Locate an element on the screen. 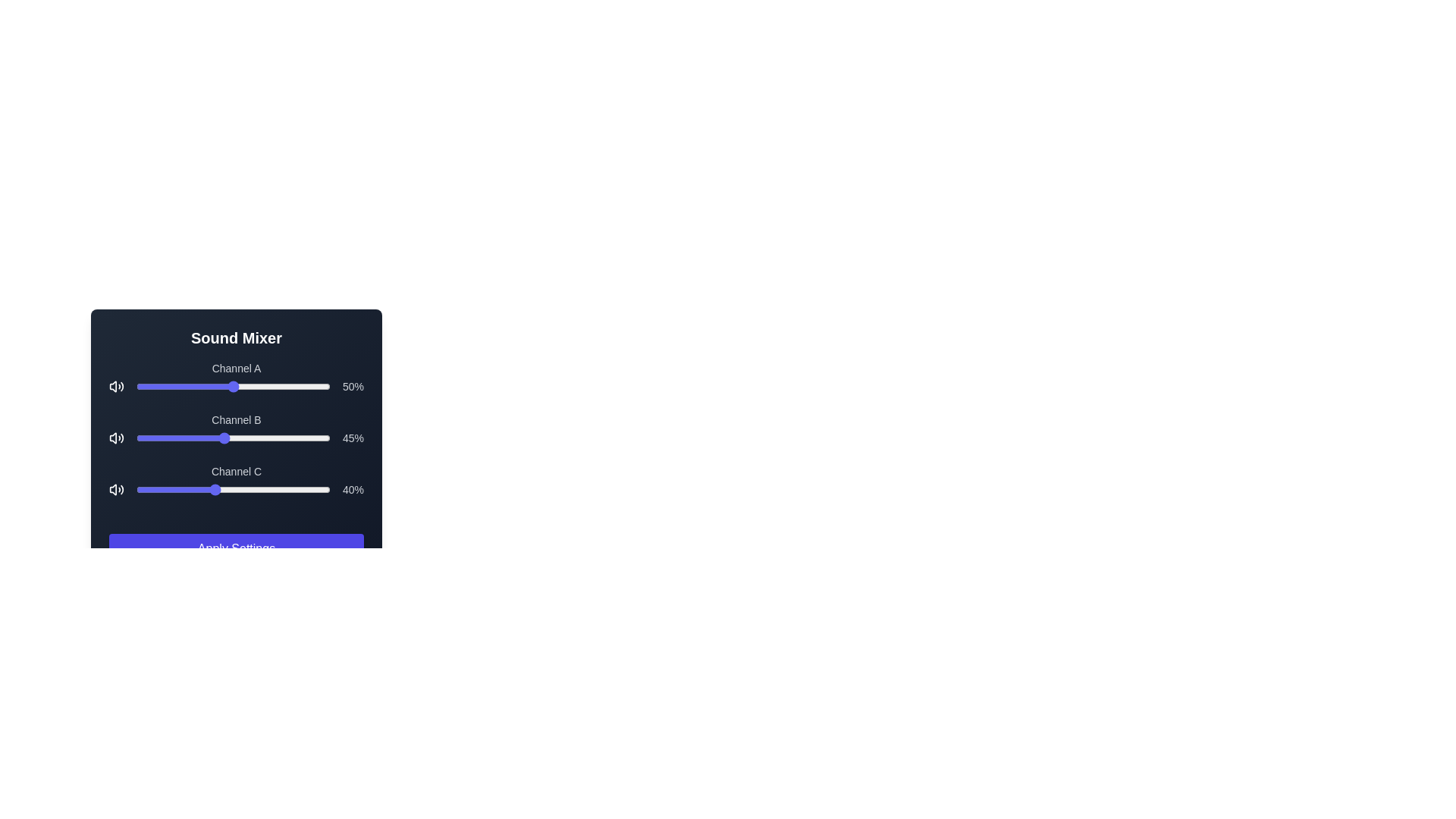  the Channel B volume is located at coordinates (203, 438).